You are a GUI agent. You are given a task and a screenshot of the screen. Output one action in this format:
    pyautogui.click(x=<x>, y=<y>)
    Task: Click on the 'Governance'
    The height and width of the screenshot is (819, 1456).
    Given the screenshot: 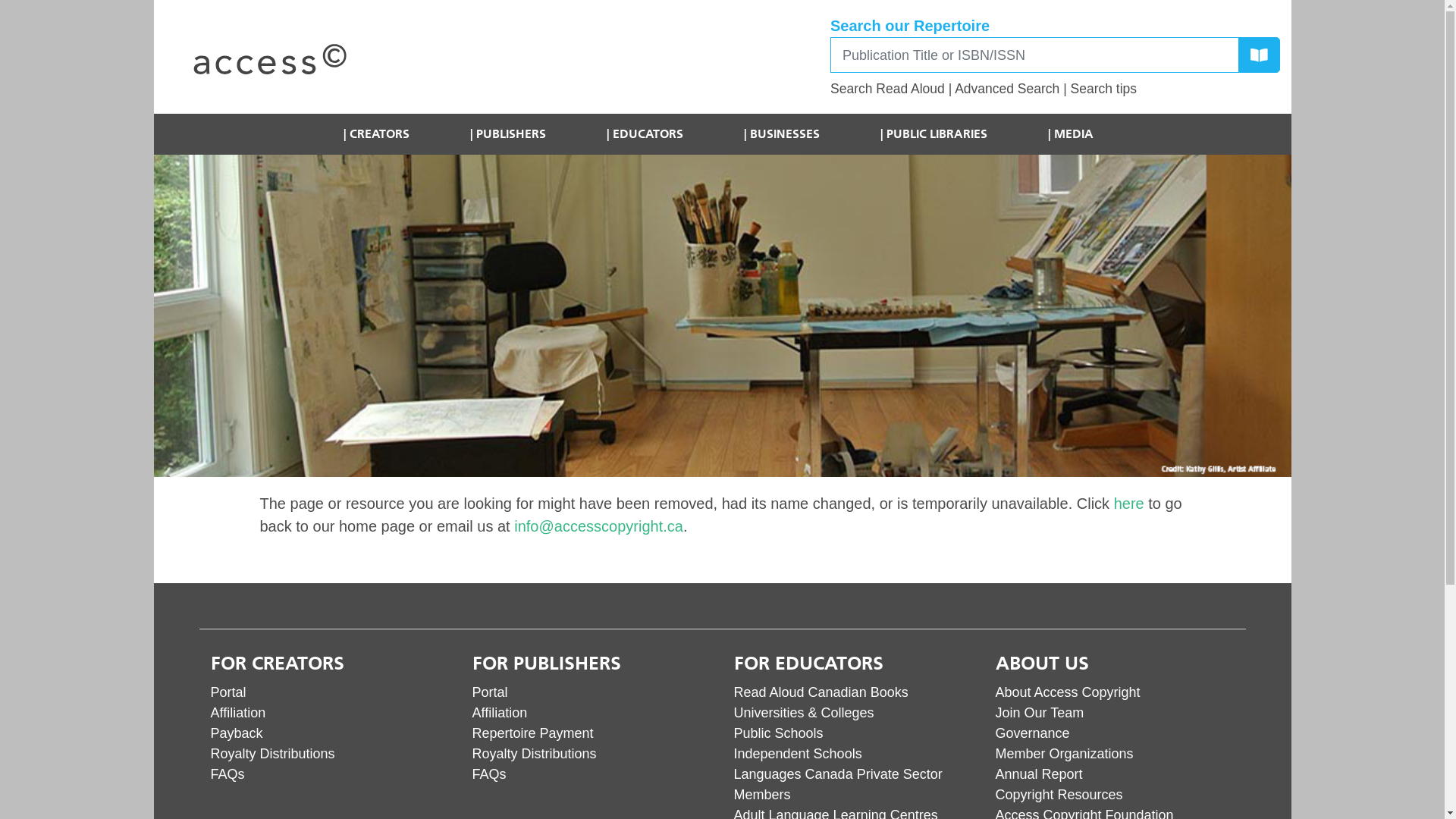 What is the action you would take?
    pyautogui.click(x=1031, y=733)
    